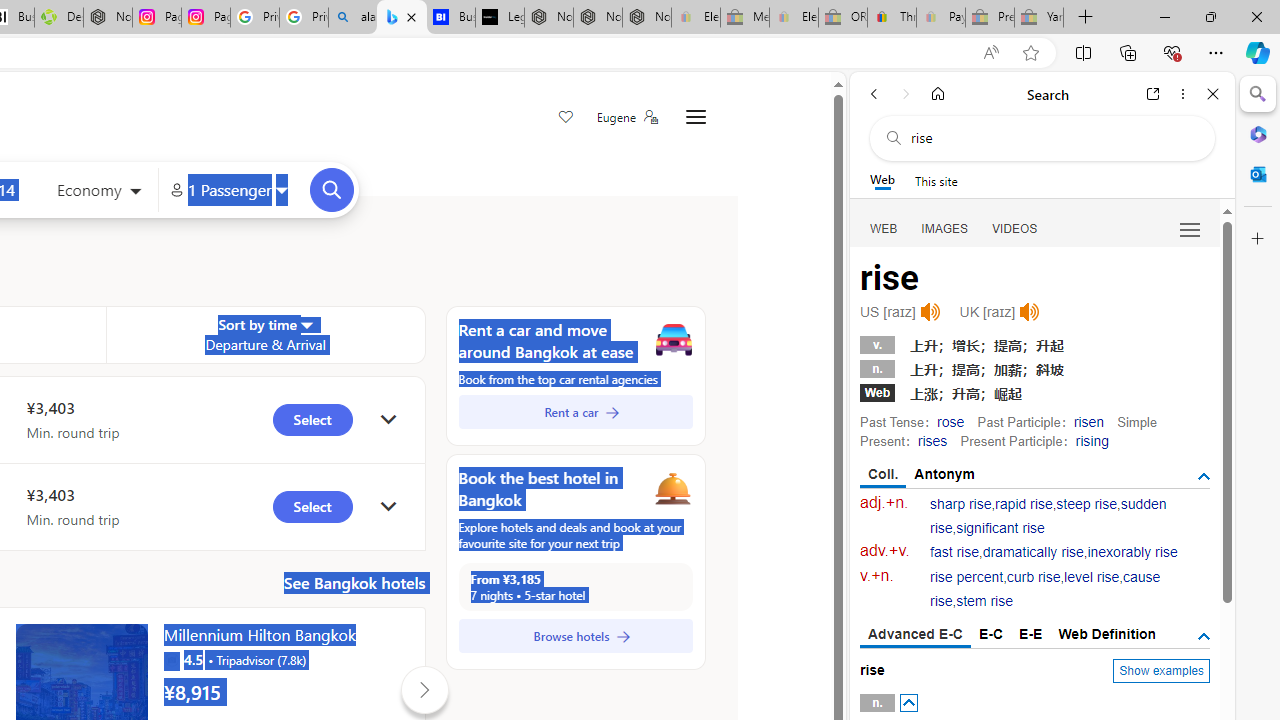 The image size is (1280, 720). What do you see at coordinates (1044, 588) in the screenshot?
I see `'cause rise'` at bounding box center [1044, 588].